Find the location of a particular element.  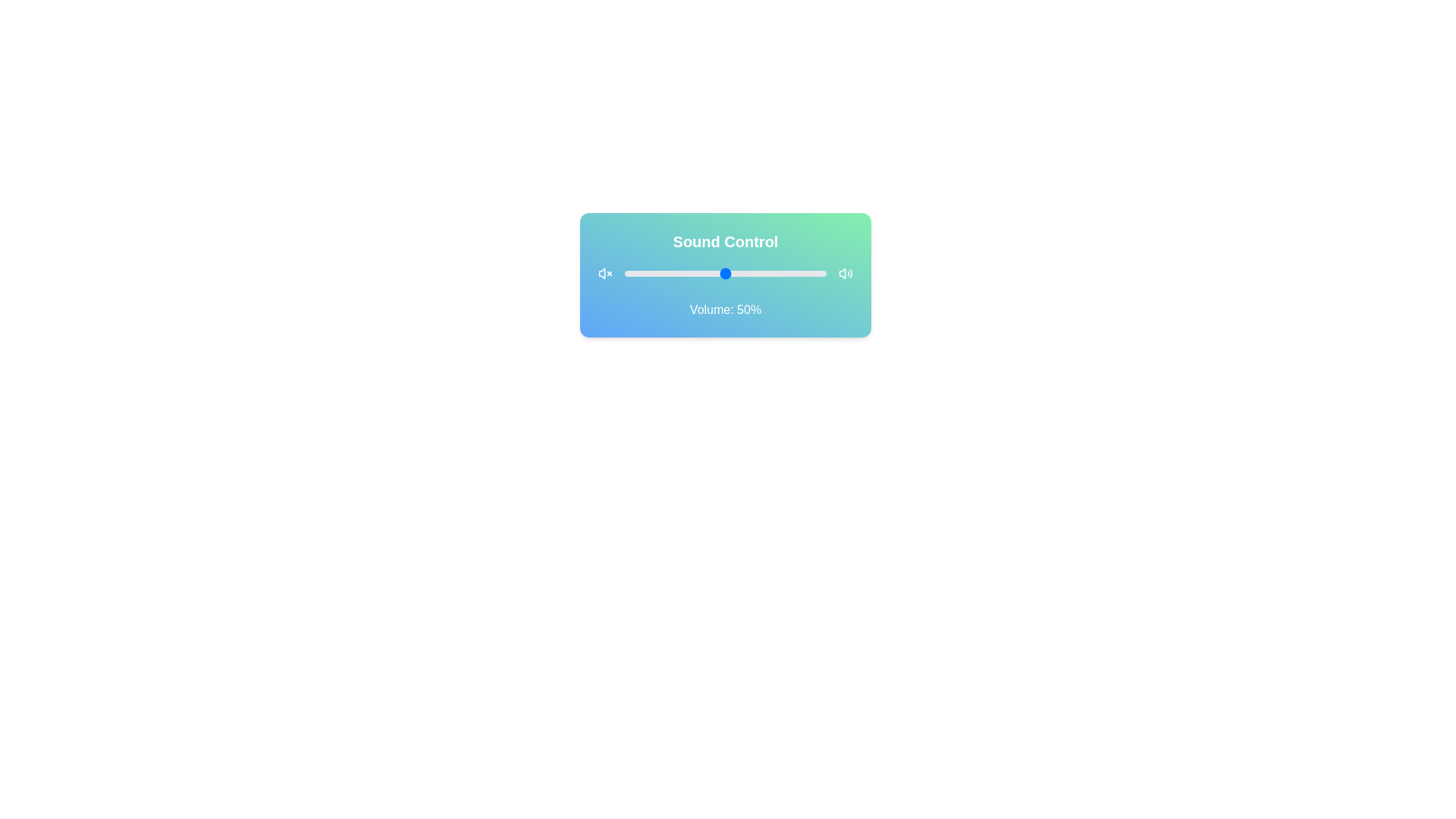

the speaker icon button with a muted indication is located at coordinates (604, 274).